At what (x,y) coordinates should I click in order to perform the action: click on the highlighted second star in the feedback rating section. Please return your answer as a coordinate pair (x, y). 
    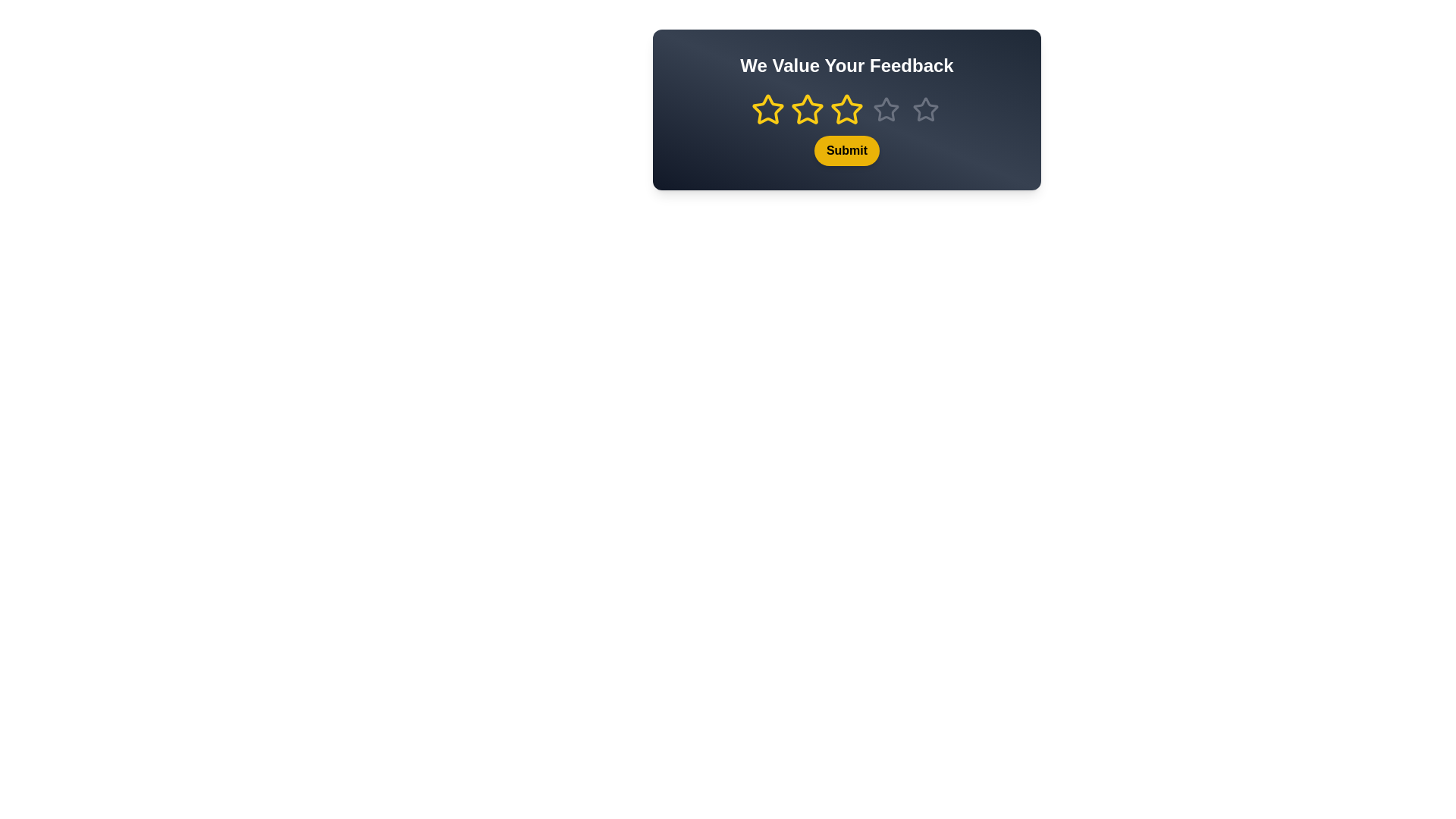
    Looking at the image, I should click on (846, 109).